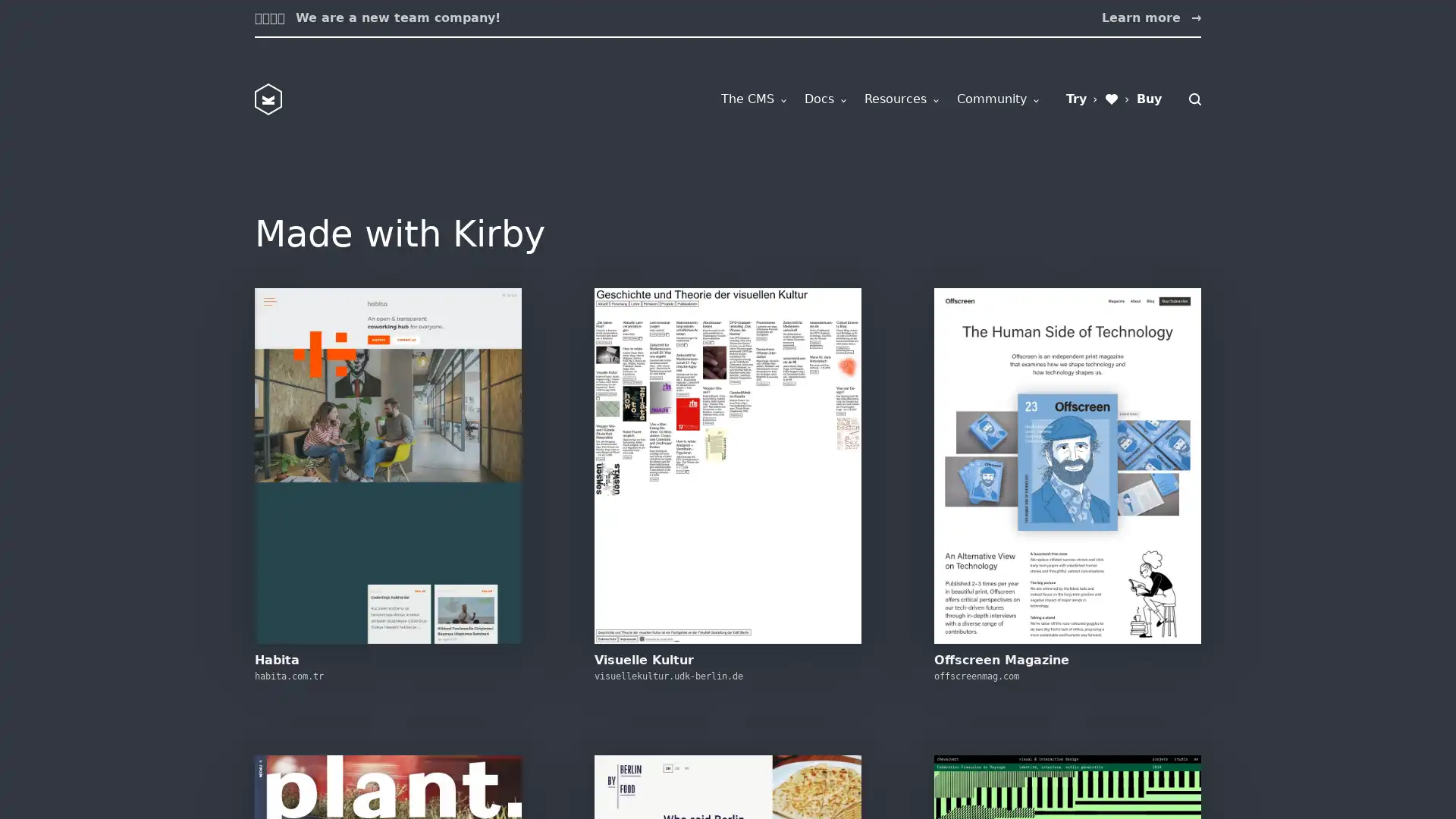 This screenshot has width=1456, height=819. I want to click on Search, so click(1194, 99).